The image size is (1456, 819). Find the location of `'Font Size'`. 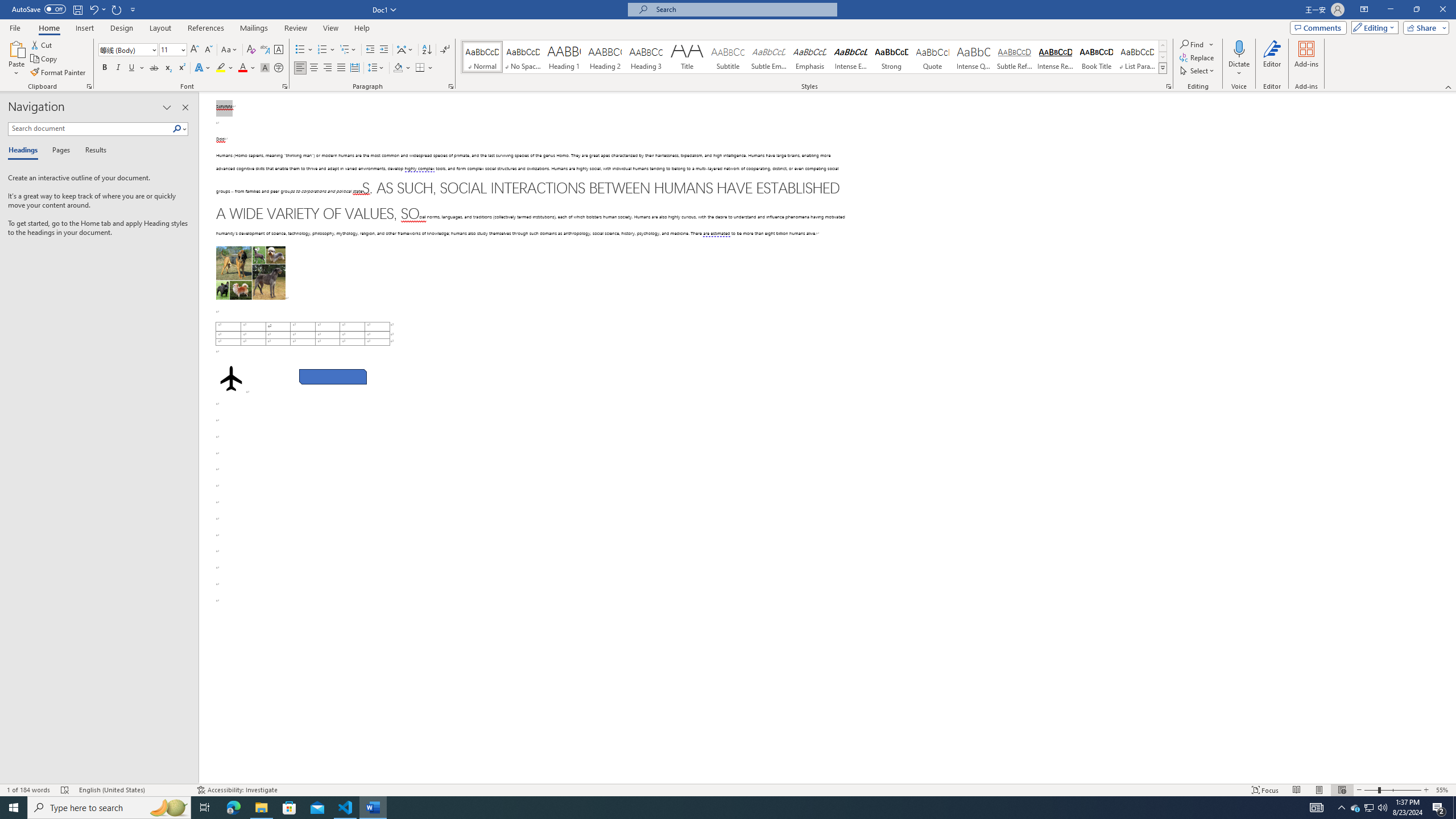

'Font Size' is located at coordinates (172, 49).